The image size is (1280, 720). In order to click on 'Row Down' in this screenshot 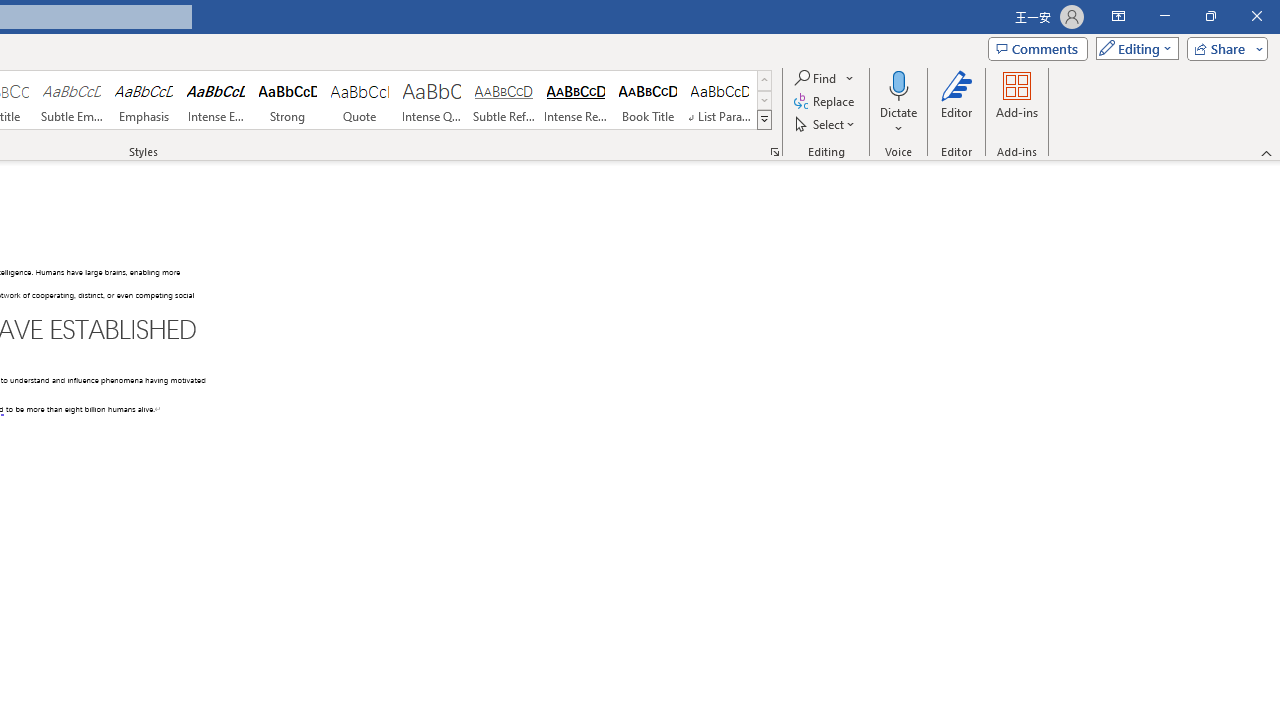, I will do `click(763, 100)`.